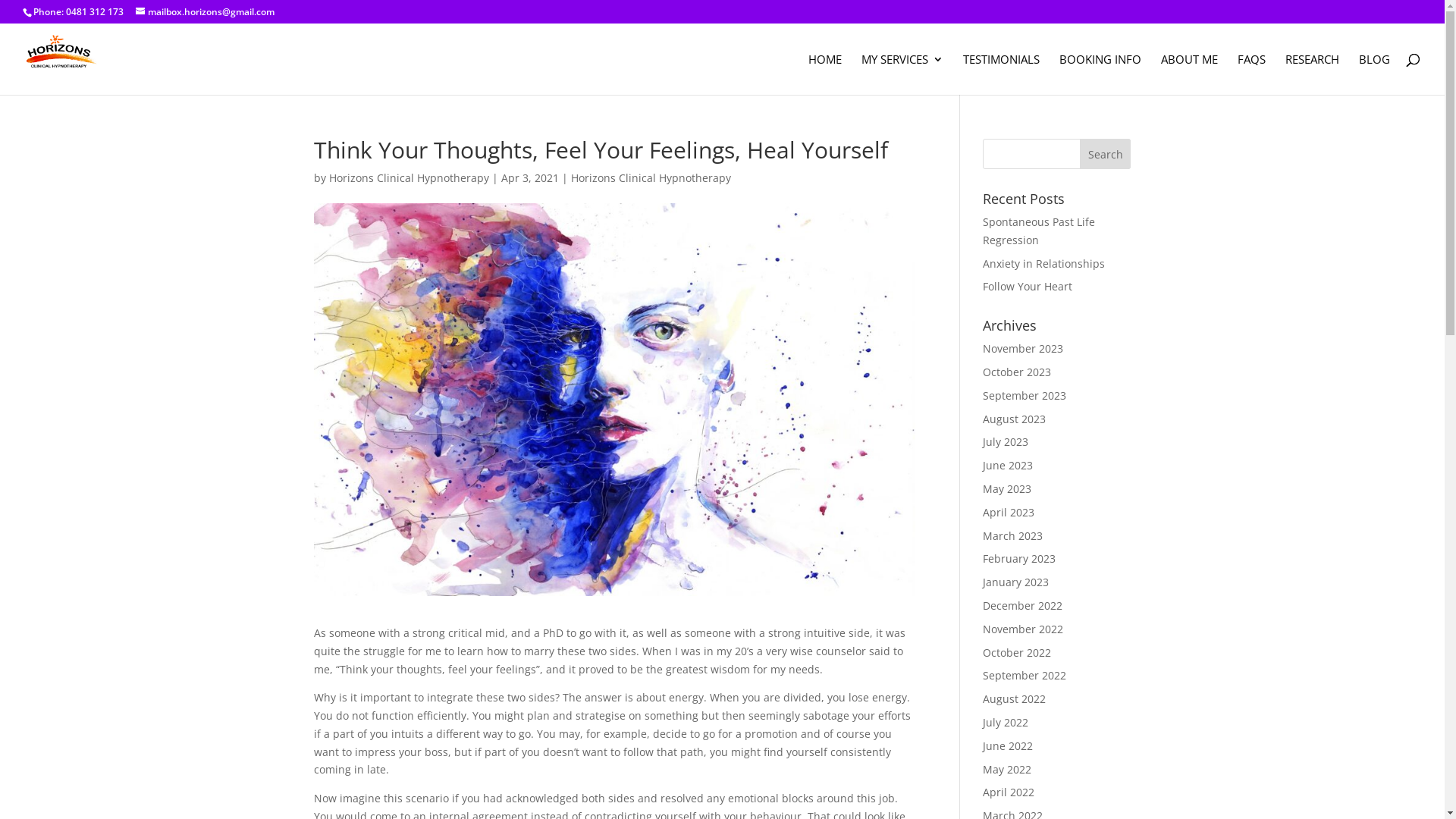  What do you see at coordinates (1027, 286) in the screenshot?
I see `'Follow Your Heart'` at bounding box center [1027, 286].